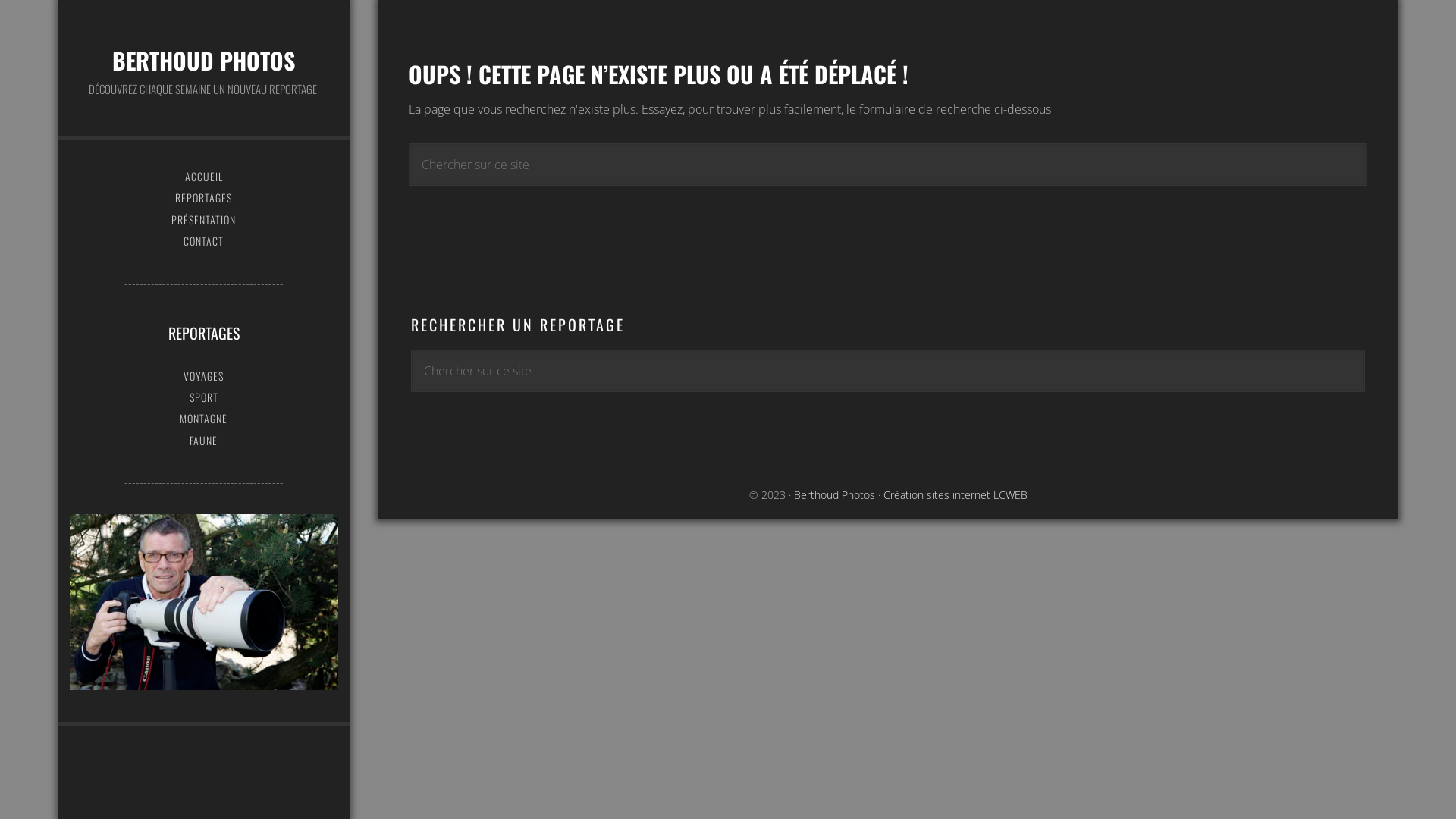 The height and width of the screenshot is (819, 1456). I want to click on 'MONTAGNE', so click(202, 418).